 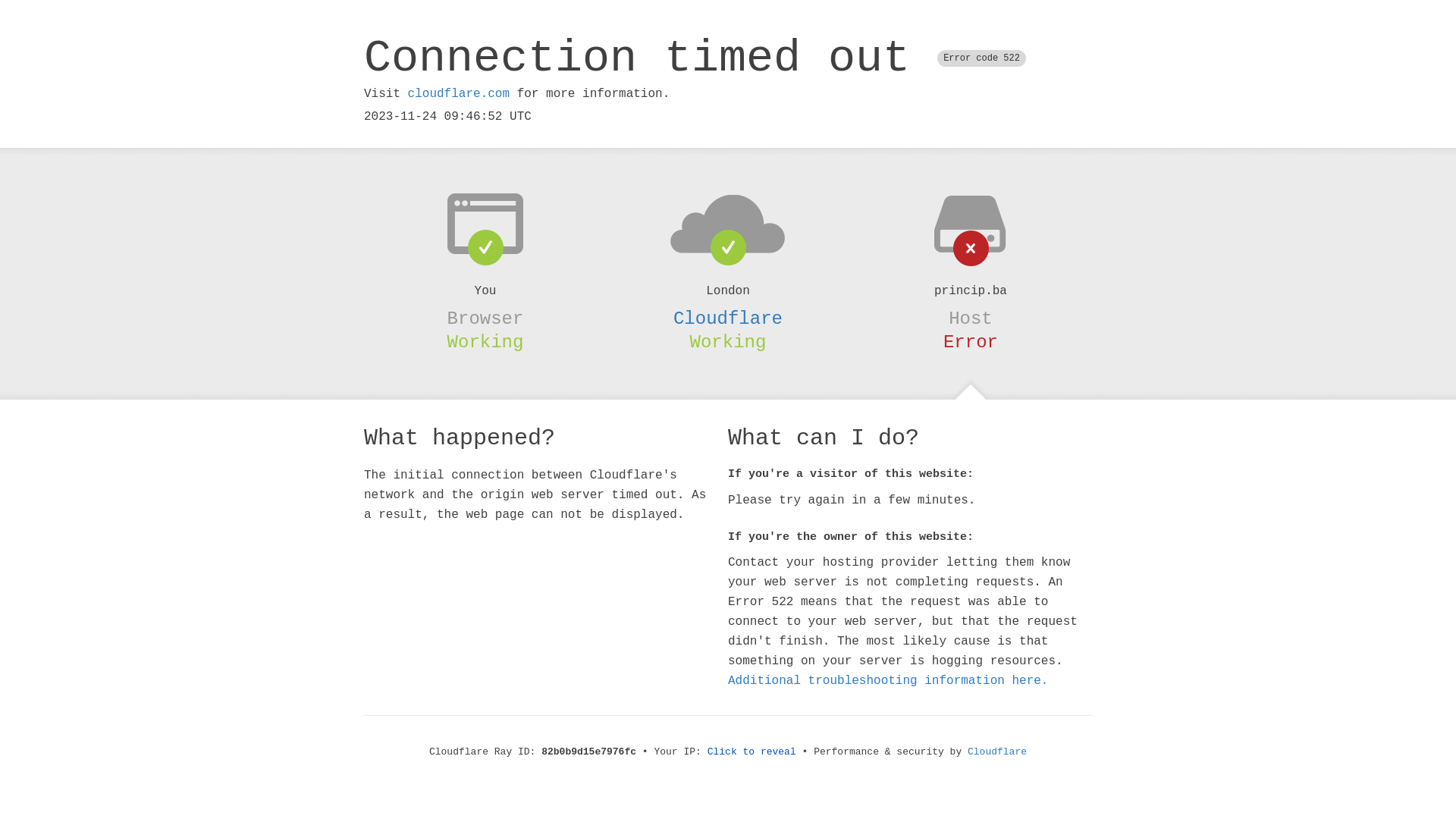 I want to click on 'Click to reveal', so click(x=752, y=752).